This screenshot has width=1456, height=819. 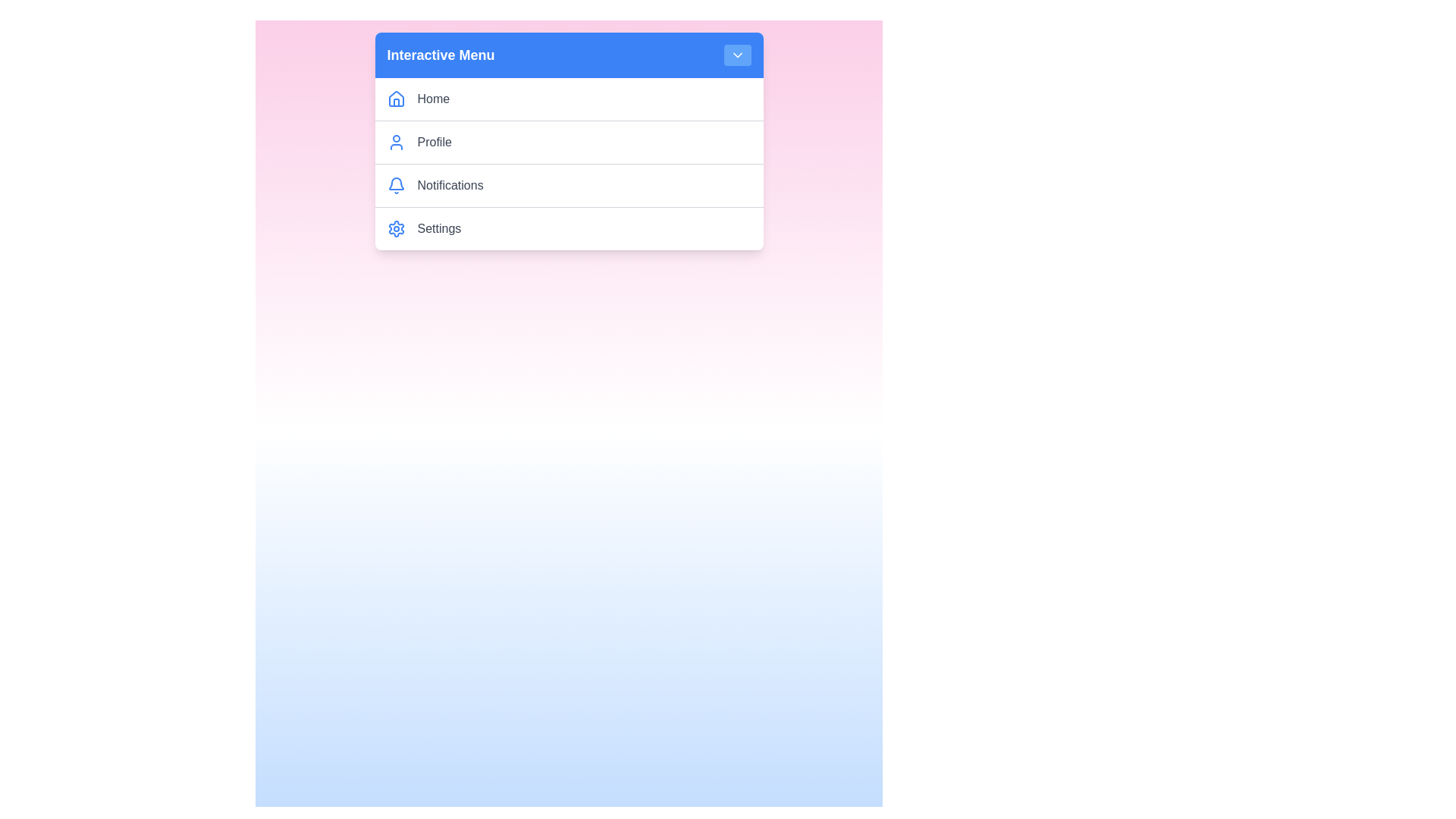 What do you see at coordinates (583, 99) in the screenshot?
I see `the menu item Home by clicking on it` at bounding box center [583, 99].